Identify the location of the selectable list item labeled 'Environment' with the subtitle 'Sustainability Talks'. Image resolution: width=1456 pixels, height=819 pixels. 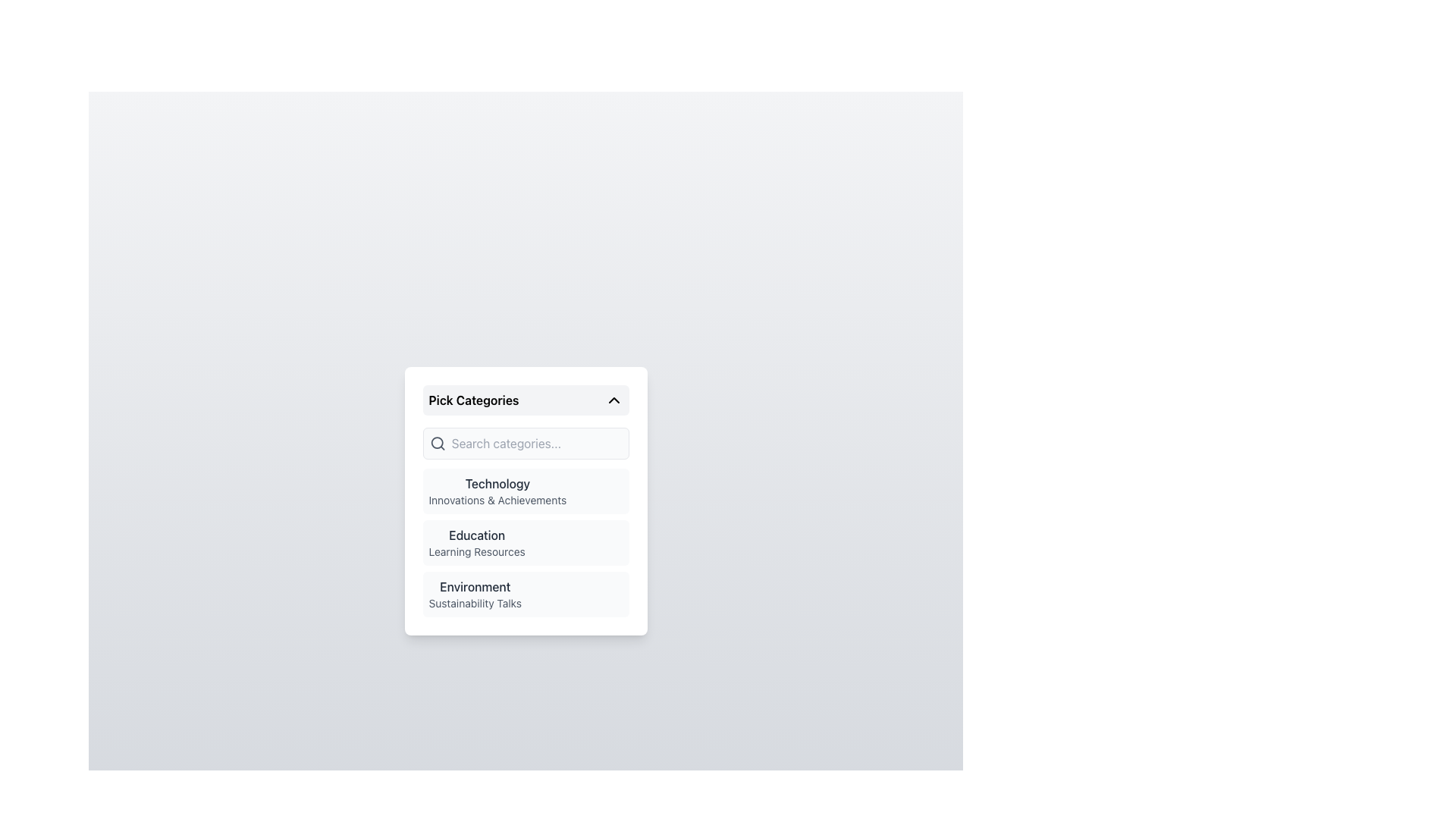
(526, 593).